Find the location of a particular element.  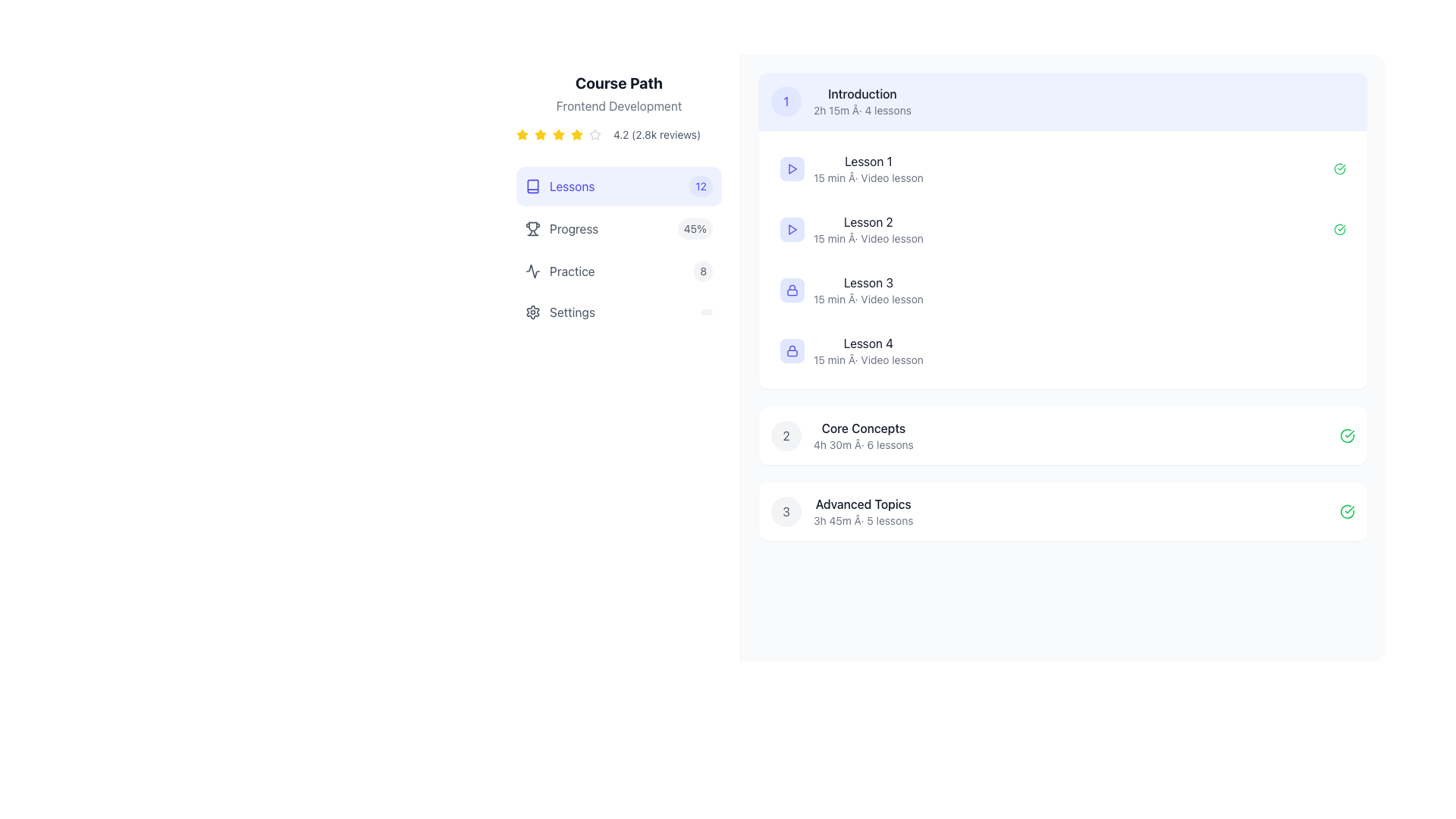

the static label providing details about 'Lesson 4', which includes its duration and type is located at coordinates (868, 359).